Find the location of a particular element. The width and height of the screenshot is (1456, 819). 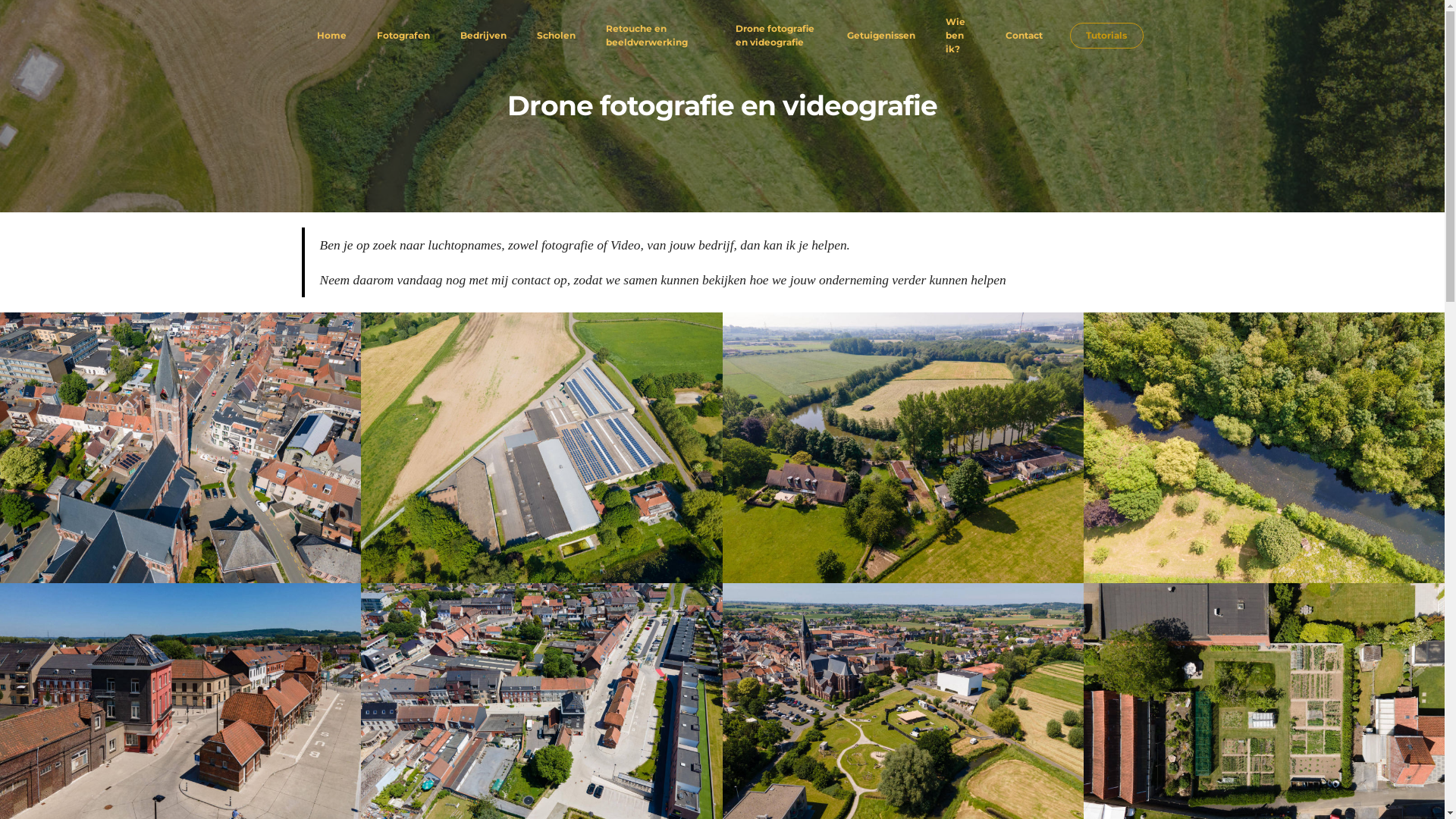

'Tutorials' is located at coordinates (1106, 34).